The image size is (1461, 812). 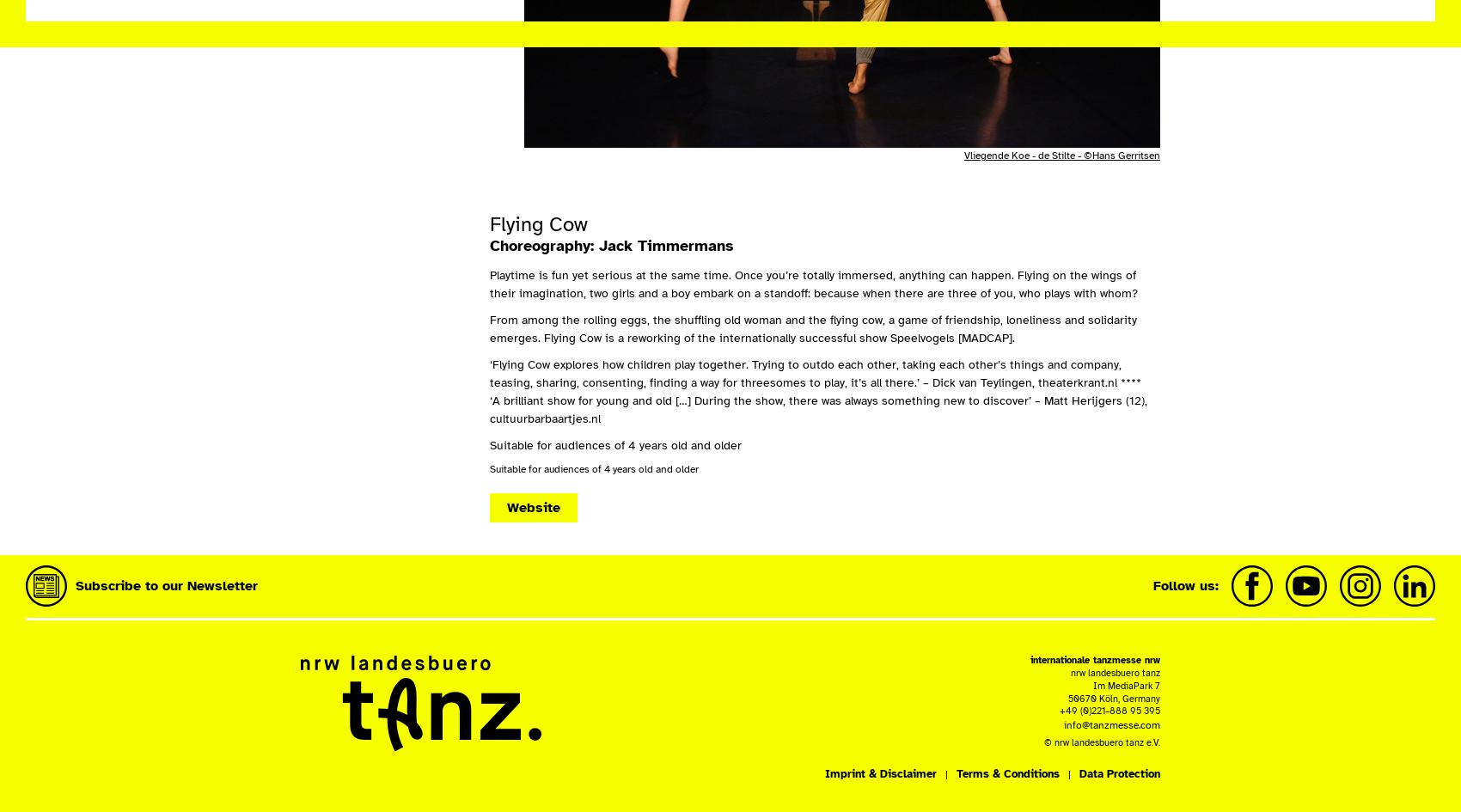 What do you see at coordinates (665, 245) in the screenshot?
I see `'Jack Timmermans'` at bounding box center [665, 245].